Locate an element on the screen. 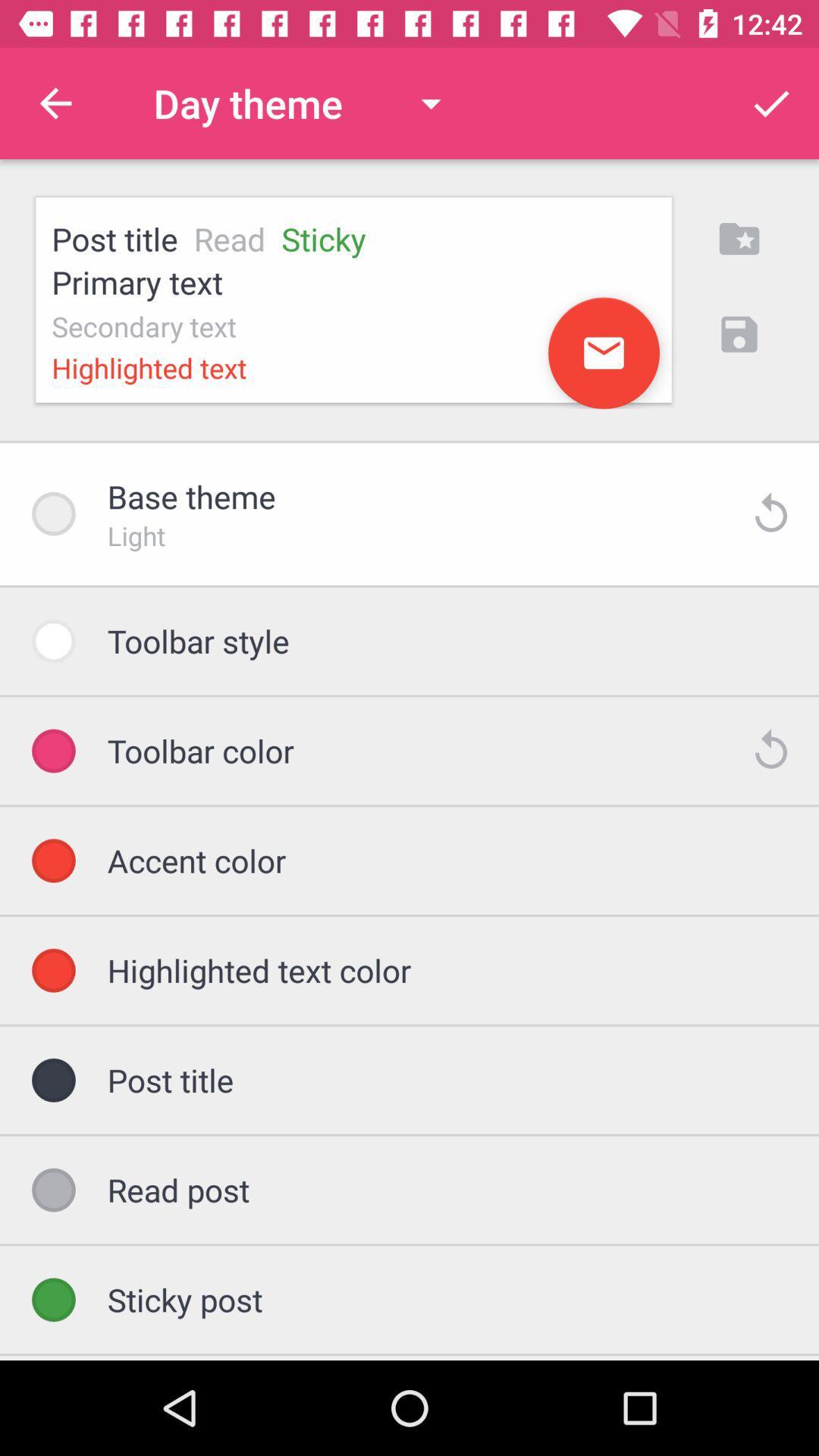 This screenshot has height=1456, width=819. the star icon which is below right tick mark is located at coordinates (739, 238).